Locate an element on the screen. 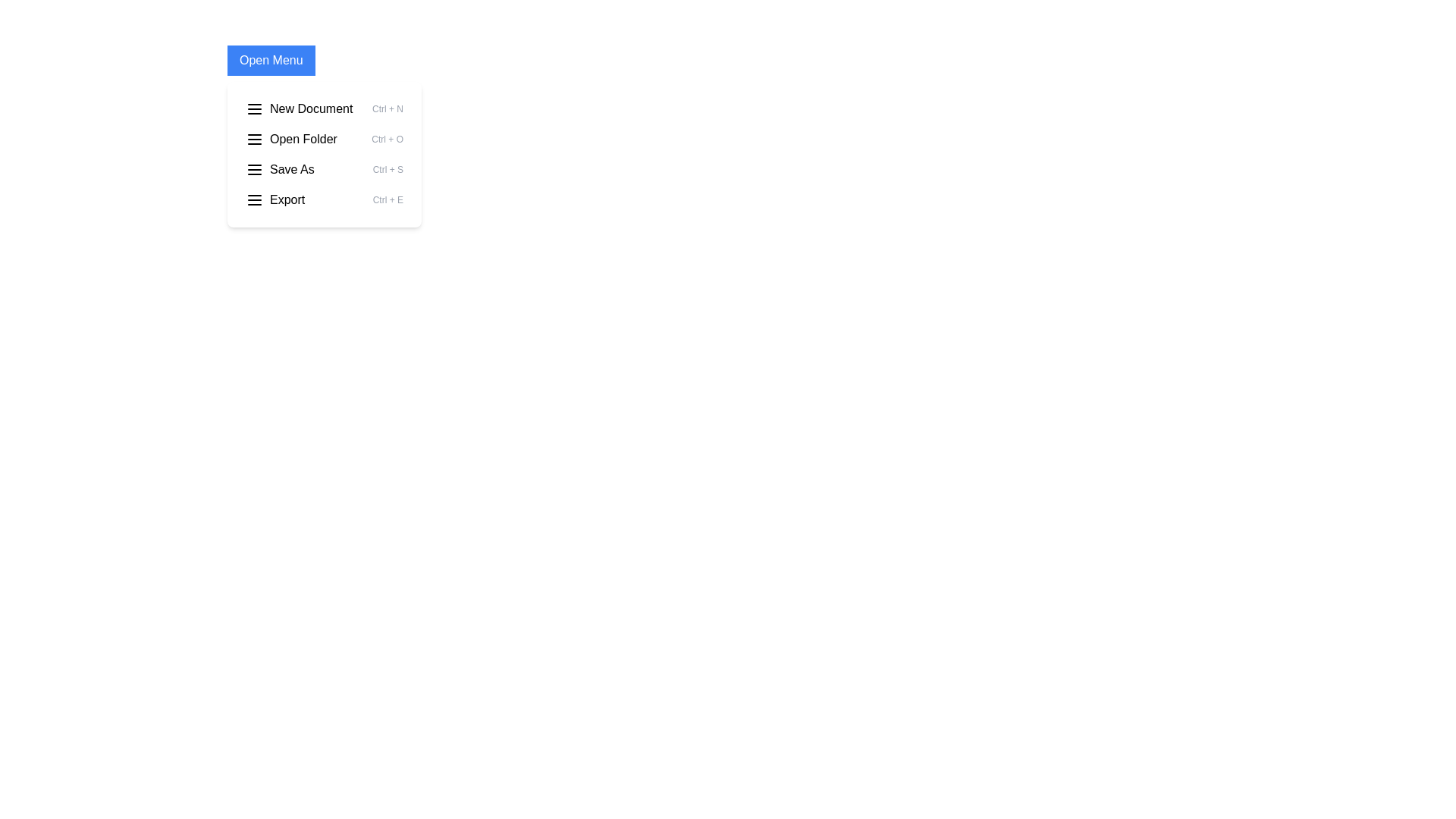  the first menu item labeled 'Create New Document' in the vertical list under 'Open Menu' is located at coordinates (299, 108).